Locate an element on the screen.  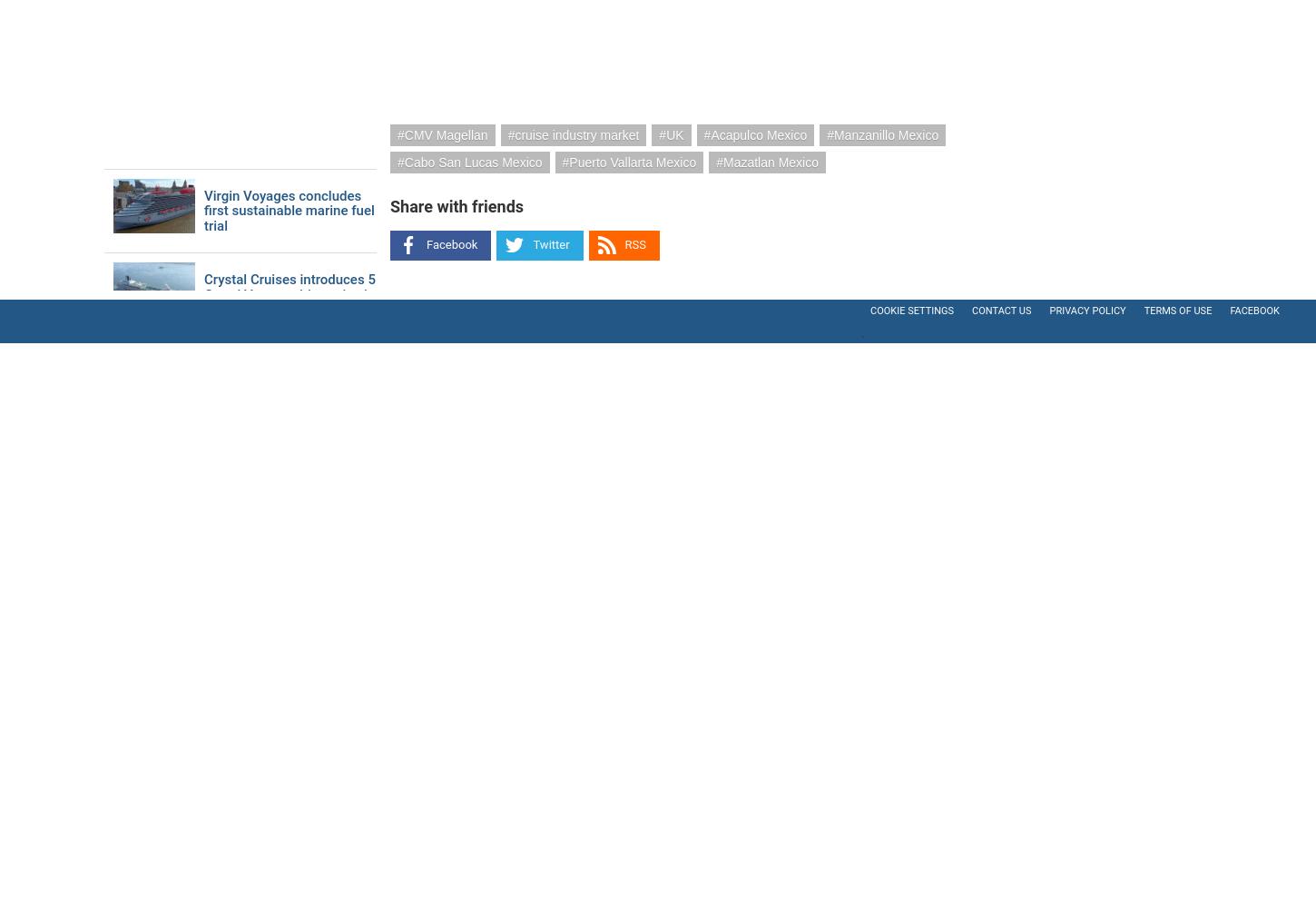
'Puerto Vallarta Mexico' is located at coordinates (632, 163).